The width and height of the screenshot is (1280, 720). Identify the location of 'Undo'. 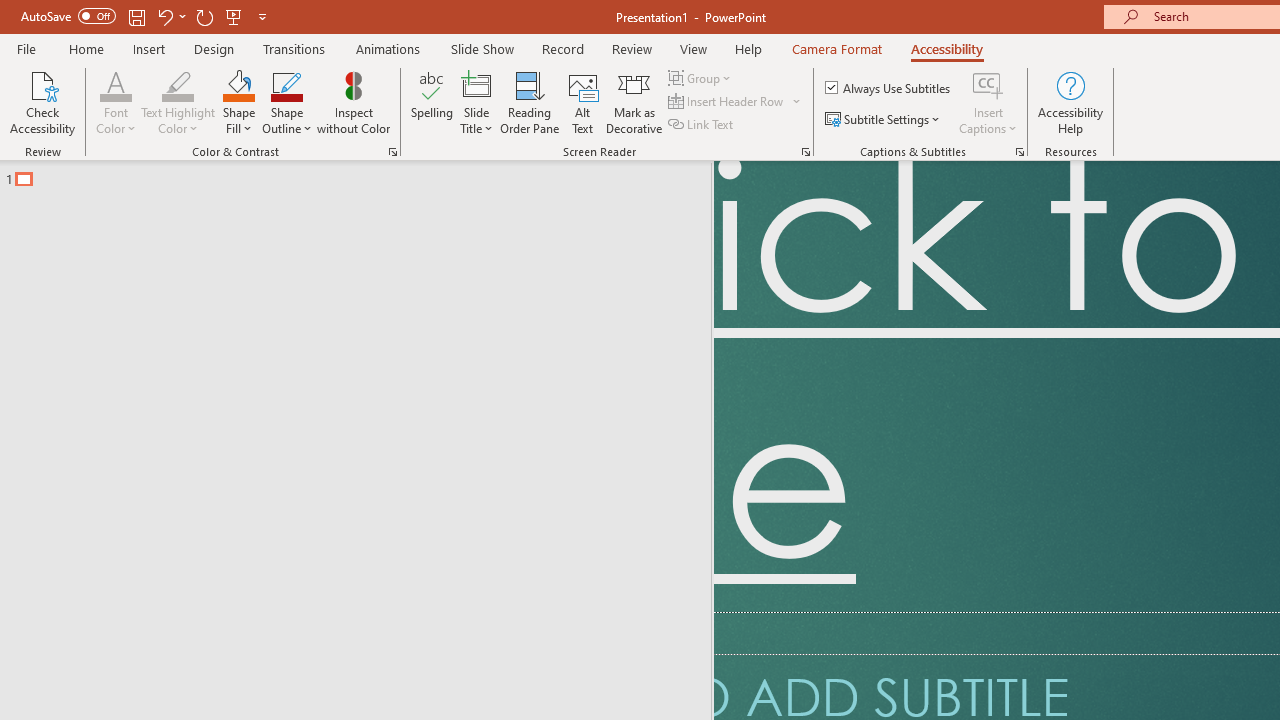
(170, 16).